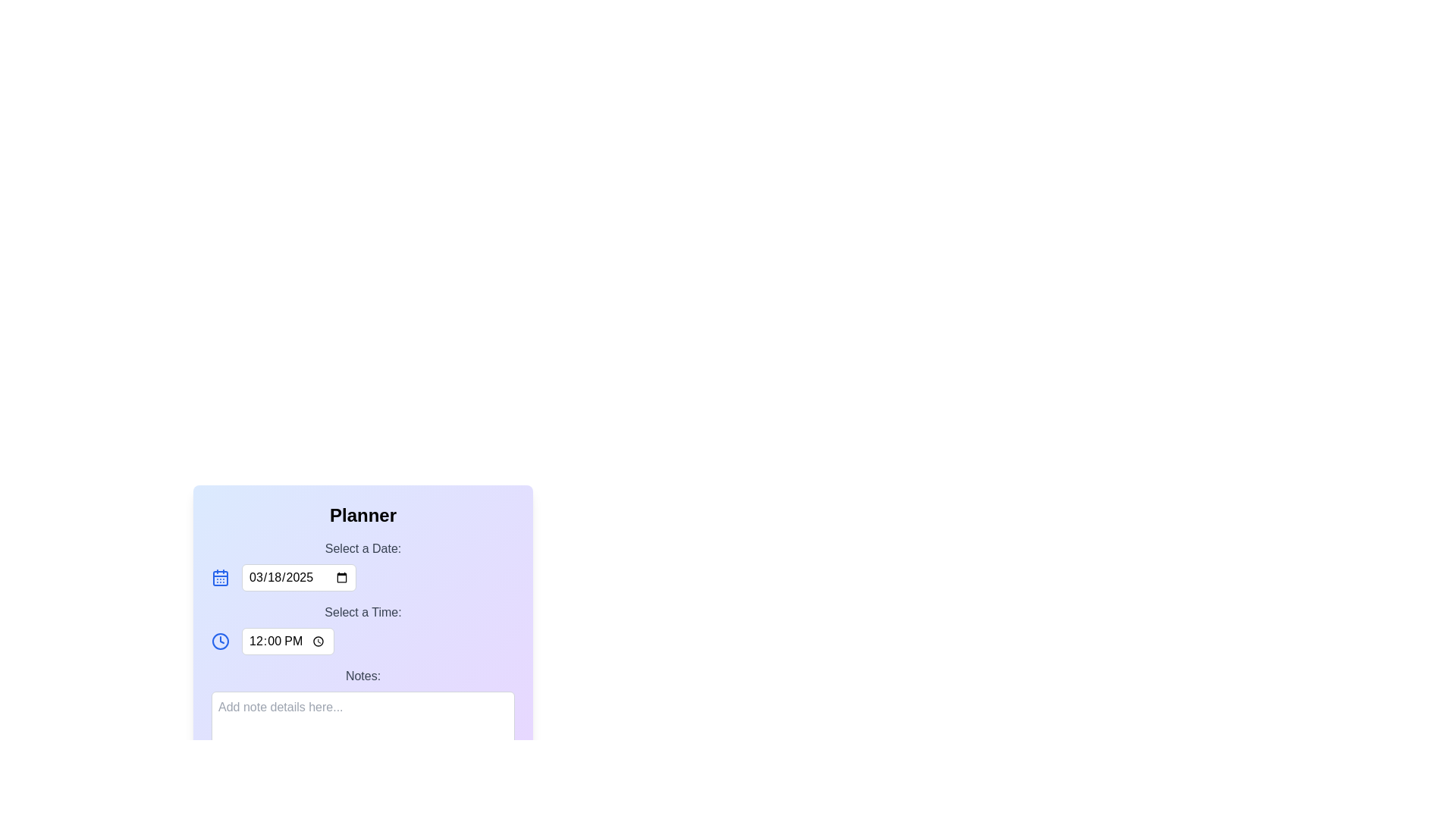 Image resolution: width=1456 pixels, height=819 pixels. I want to click on the graphical decorative element that represents one of the day cells within the calendar icon, located at the top left of the window's planner interface, next to the date input field labeled '03/18/2025', so click(220, 579).